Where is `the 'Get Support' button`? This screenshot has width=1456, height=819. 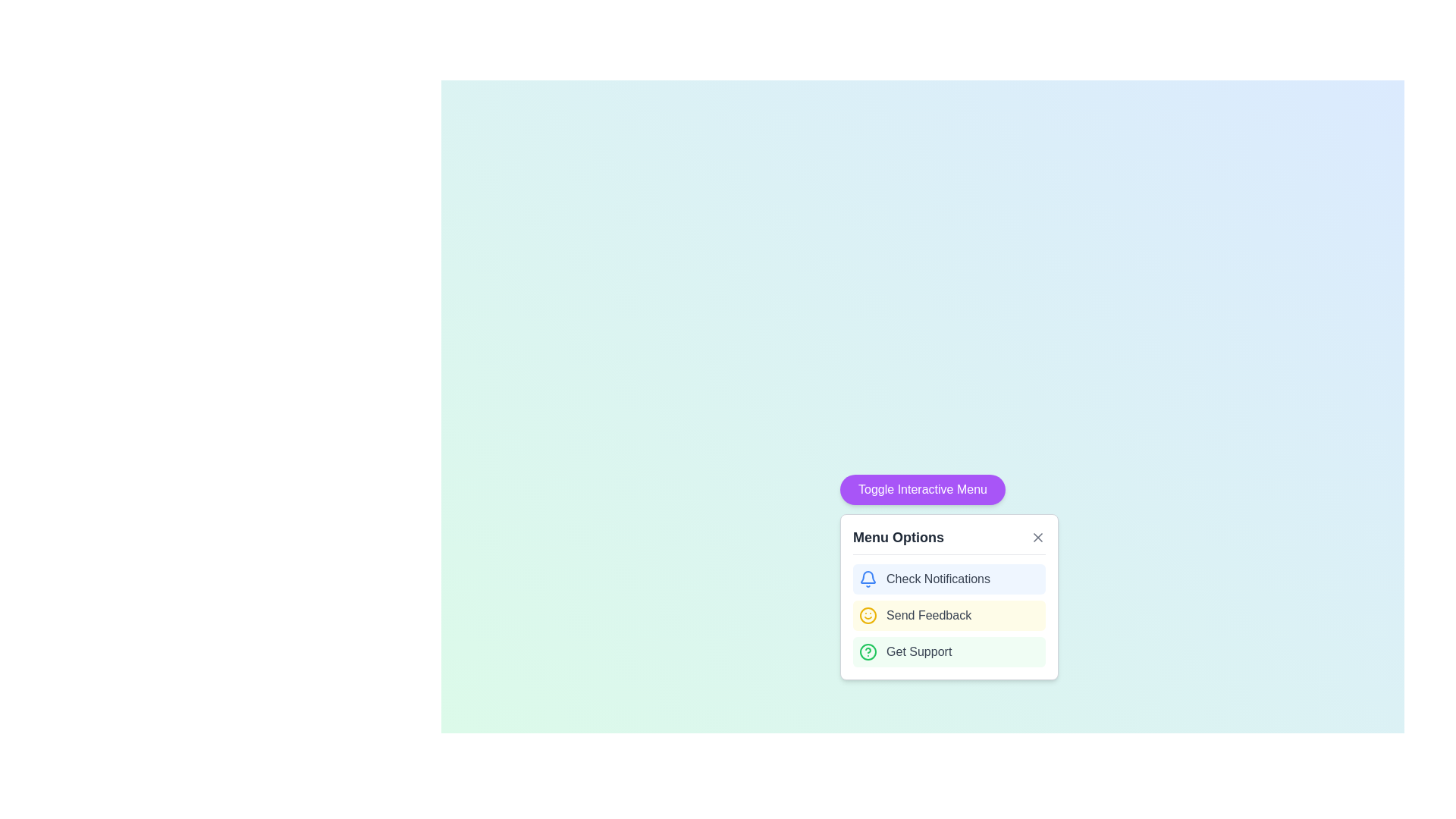
the 'Get Support' button is located at coordinates (949, 651).